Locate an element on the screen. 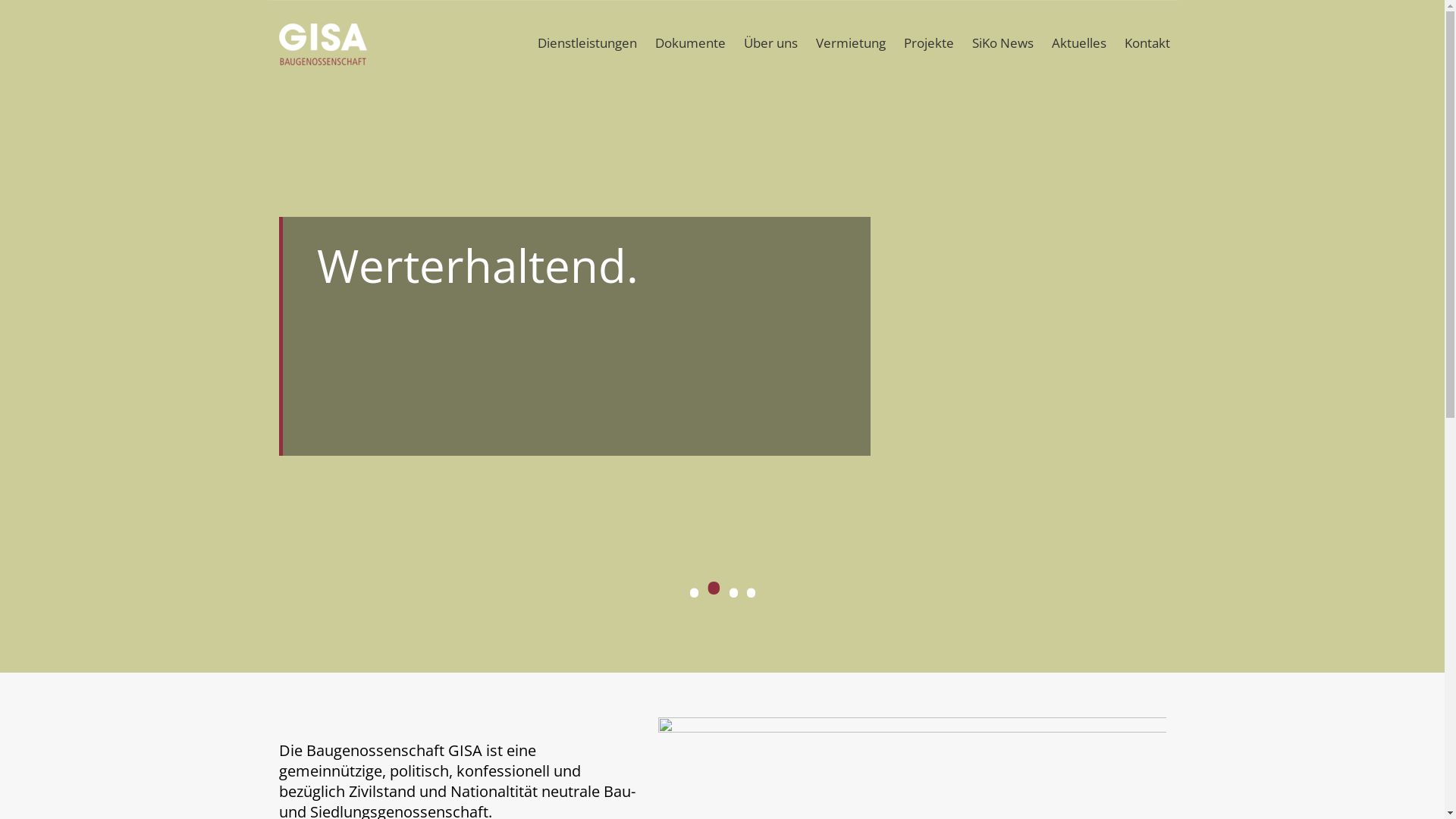 This screenshot has width=1456, height=819. 'Aktuelles' is located at coordinates (1077, 42).